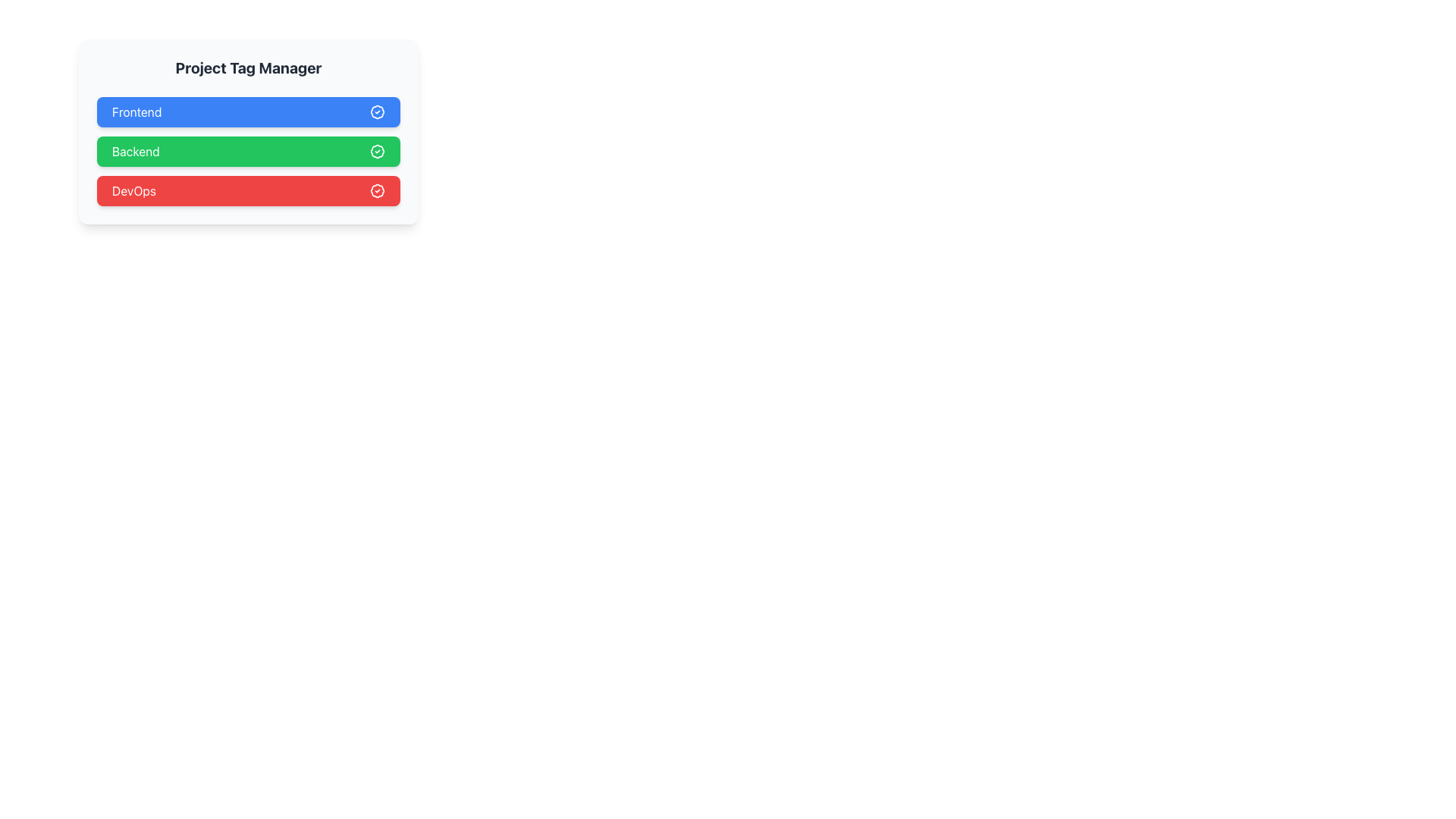  I want to click on the 'DevOps' button, which has a bright red background and white text, so click(248, 190).